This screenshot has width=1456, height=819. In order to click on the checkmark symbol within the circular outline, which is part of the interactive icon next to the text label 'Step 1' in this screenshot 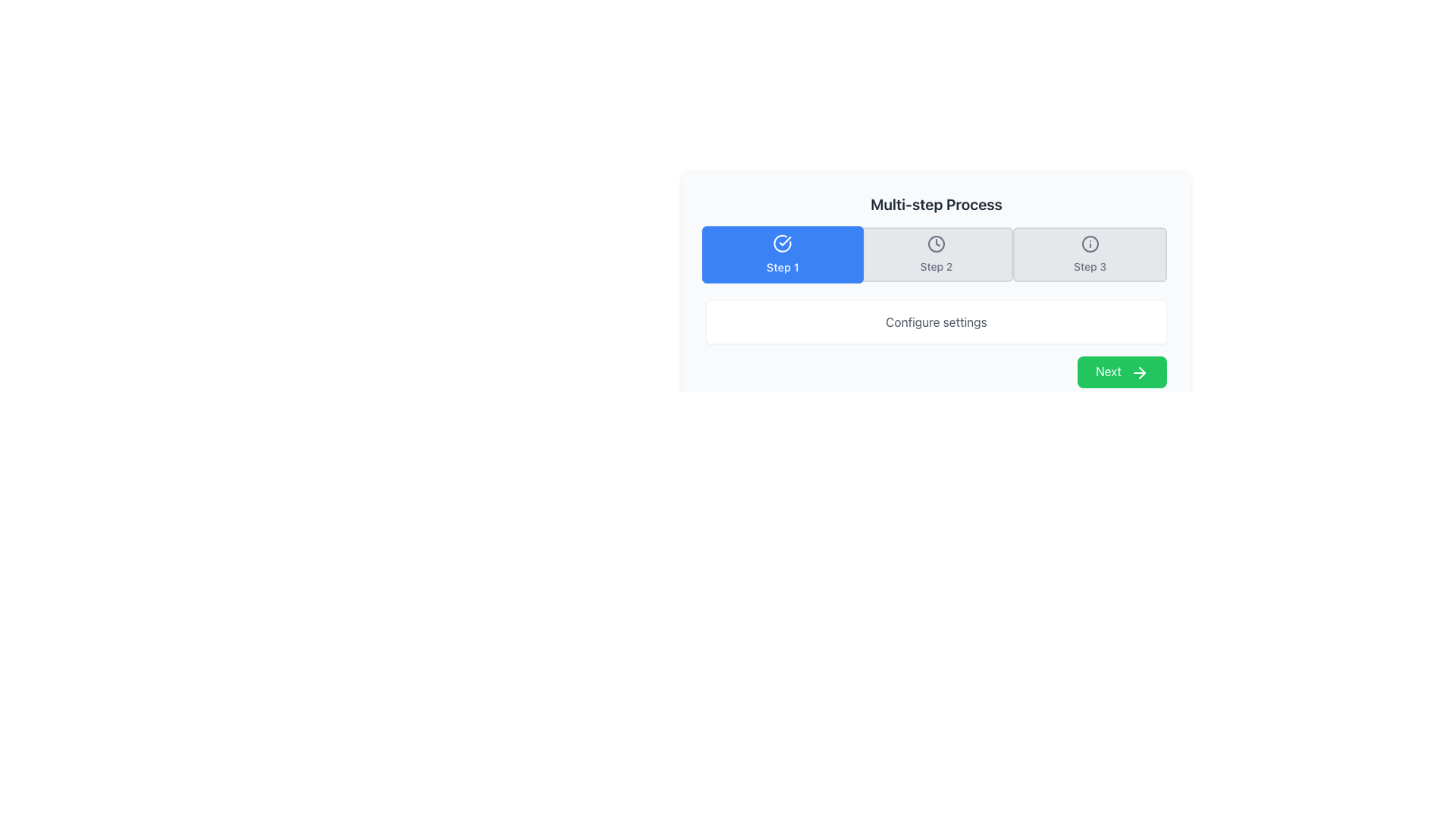, I will do `click(786, 240)`.